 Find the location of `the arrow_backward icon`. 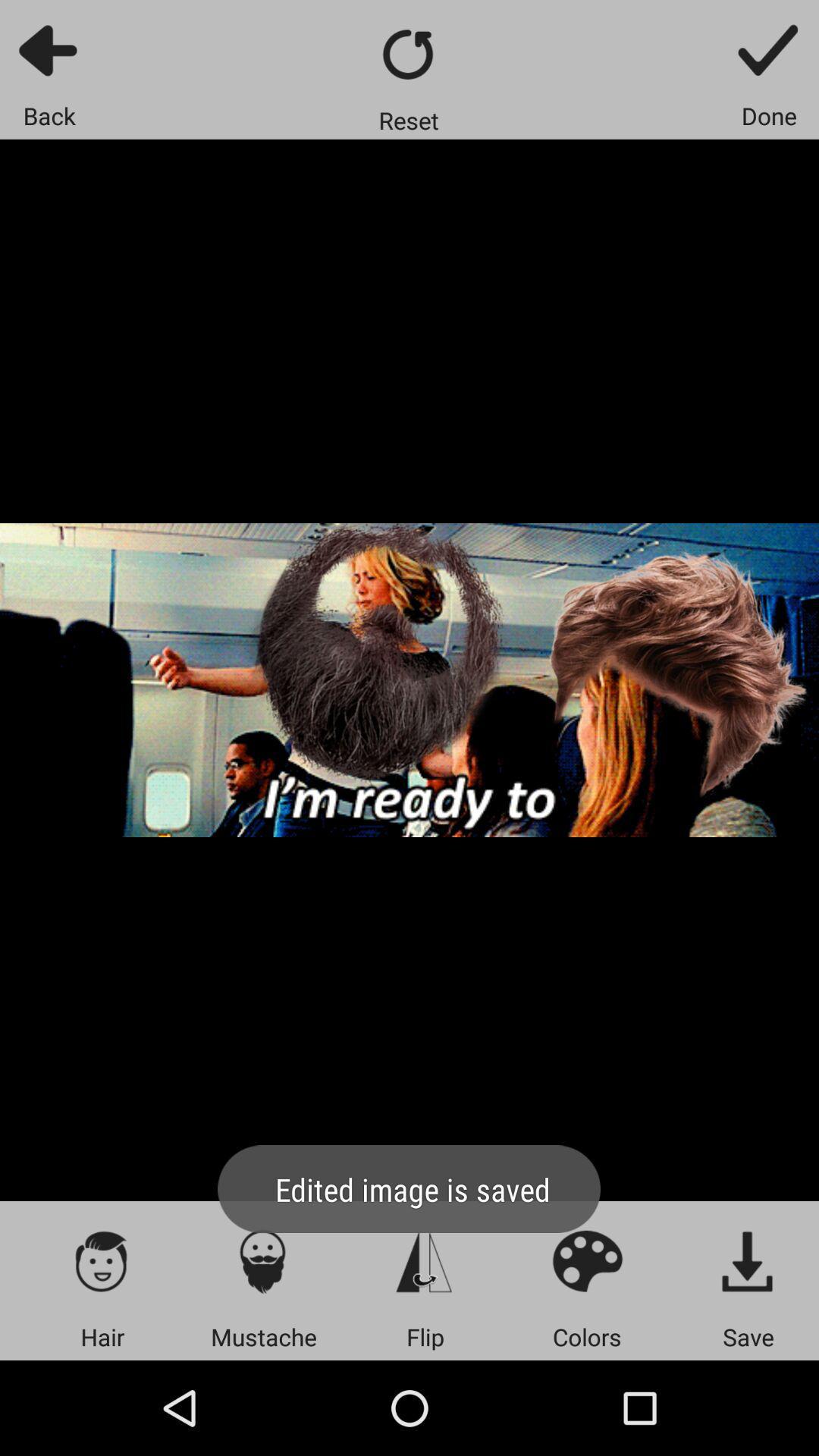

the arrow_backward icon is located at coordinates (49, 49).